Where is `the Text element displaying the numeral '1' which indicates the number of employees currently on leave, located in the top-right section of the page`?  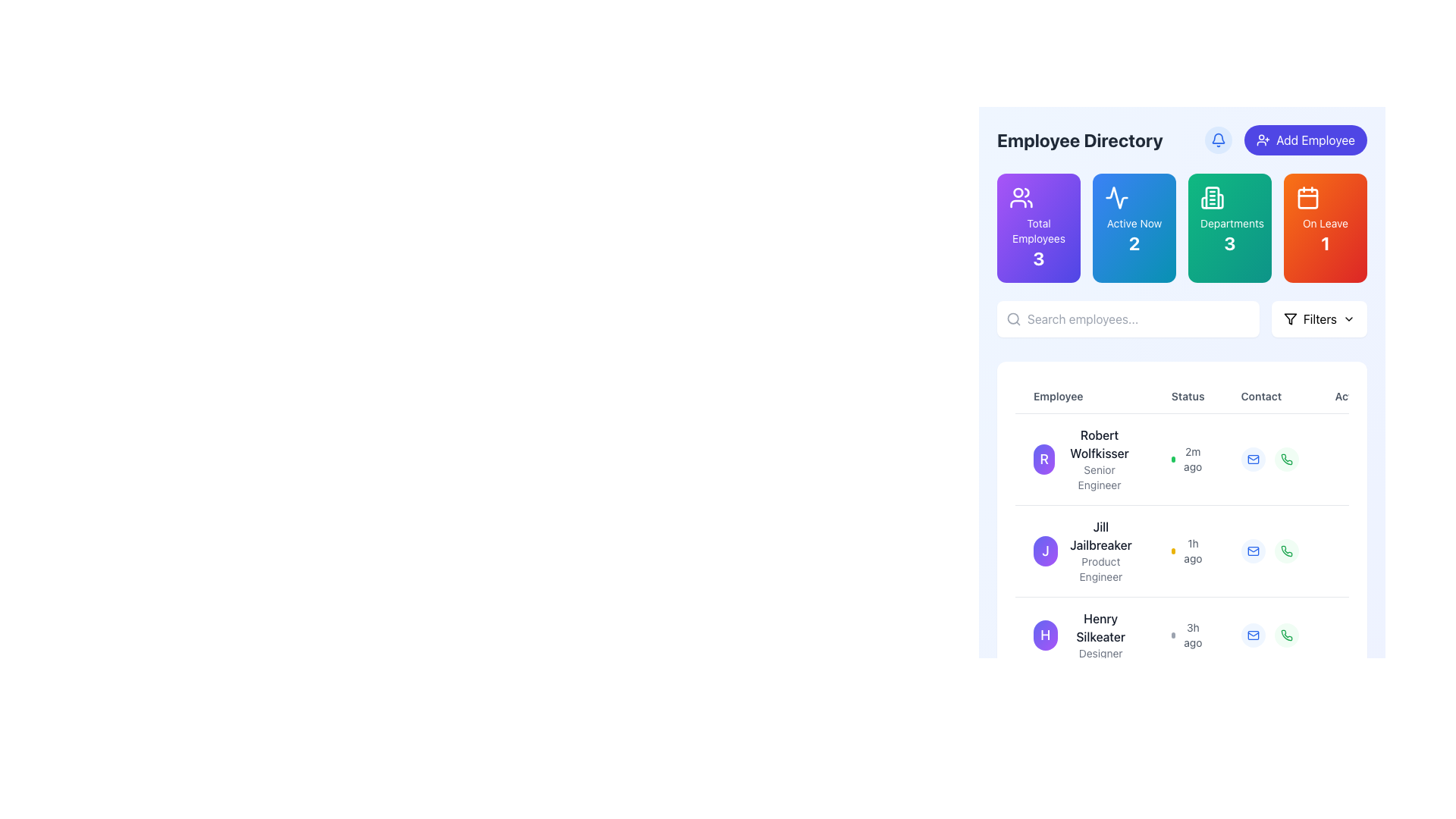 the Text element displaying the numeral '1' which indicates the number of employees currently on leave, located in the top-right section of the page is located at coordinates (1324, 242).